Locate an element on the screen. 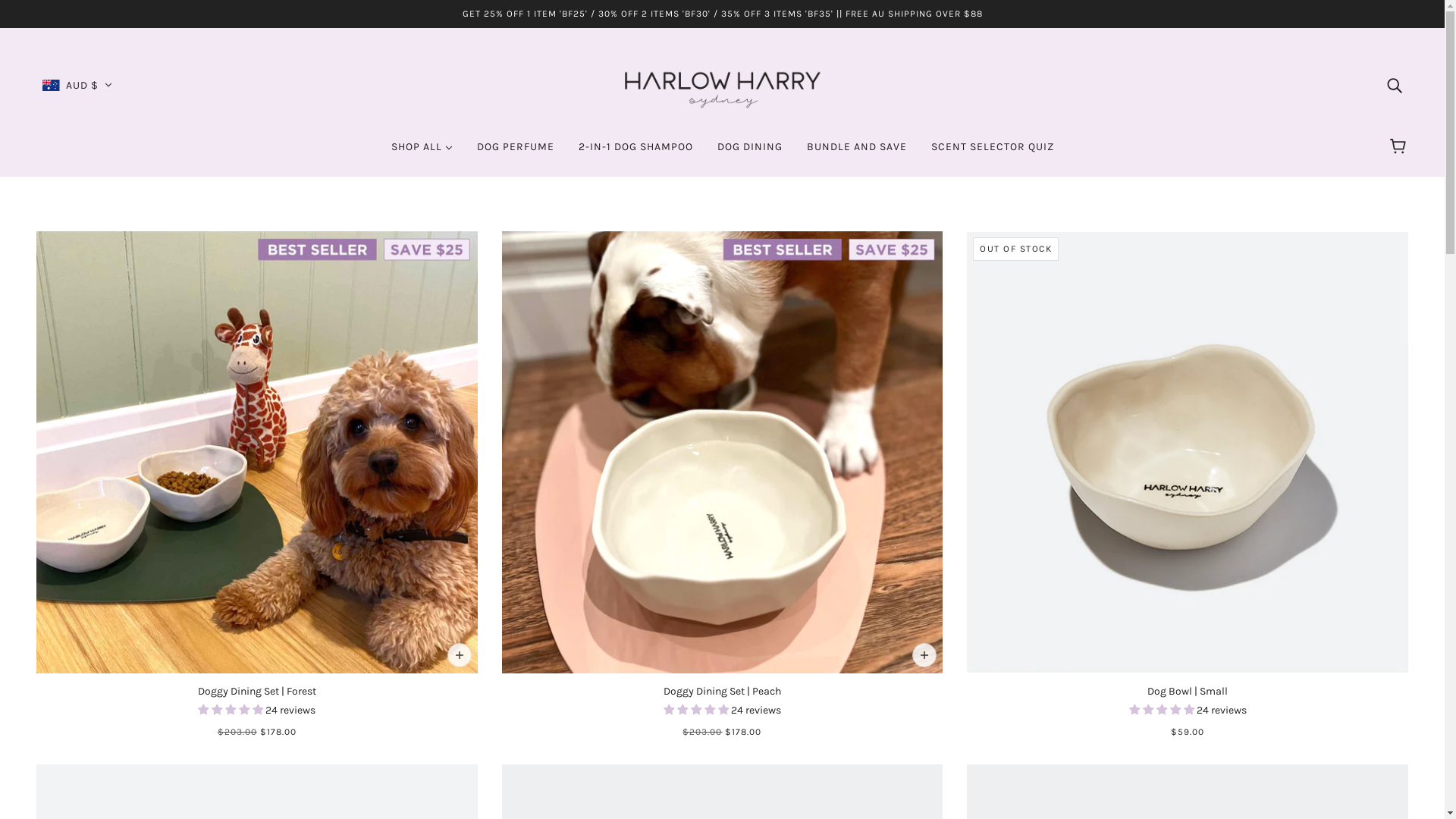  '2-IN-1 DOG SHAMPOO' is located at coordinates (635, 152).